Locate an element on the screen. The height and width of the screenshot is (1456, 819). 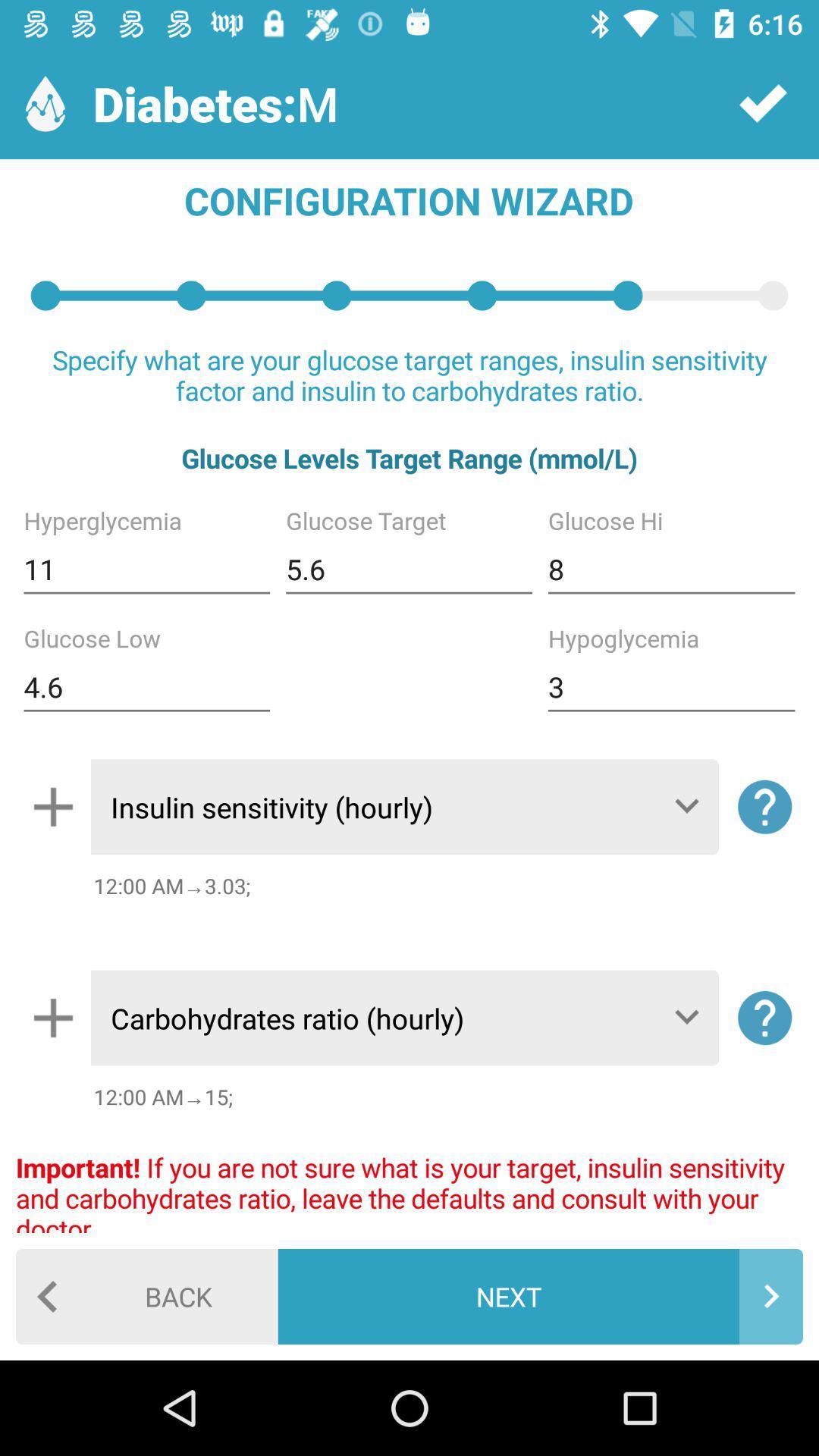
the help icon is located at coordinates (764, 1018).